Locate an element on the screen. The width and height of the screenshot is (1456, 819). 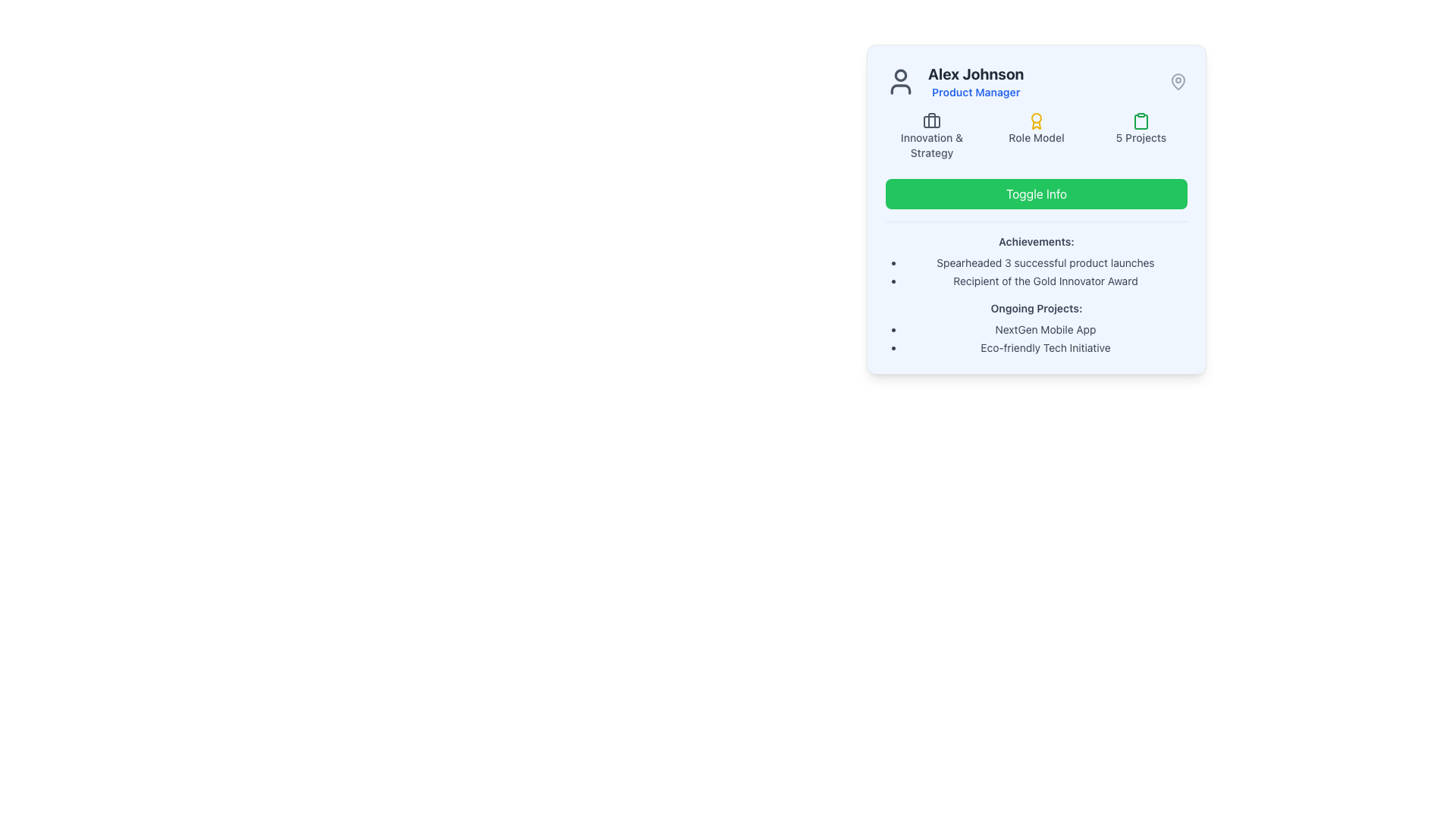
the text label that displays the count or status of projects, located below the green clipboard icon in the vertical stack of elements within the feature card is located at coordinates (1141, 137).